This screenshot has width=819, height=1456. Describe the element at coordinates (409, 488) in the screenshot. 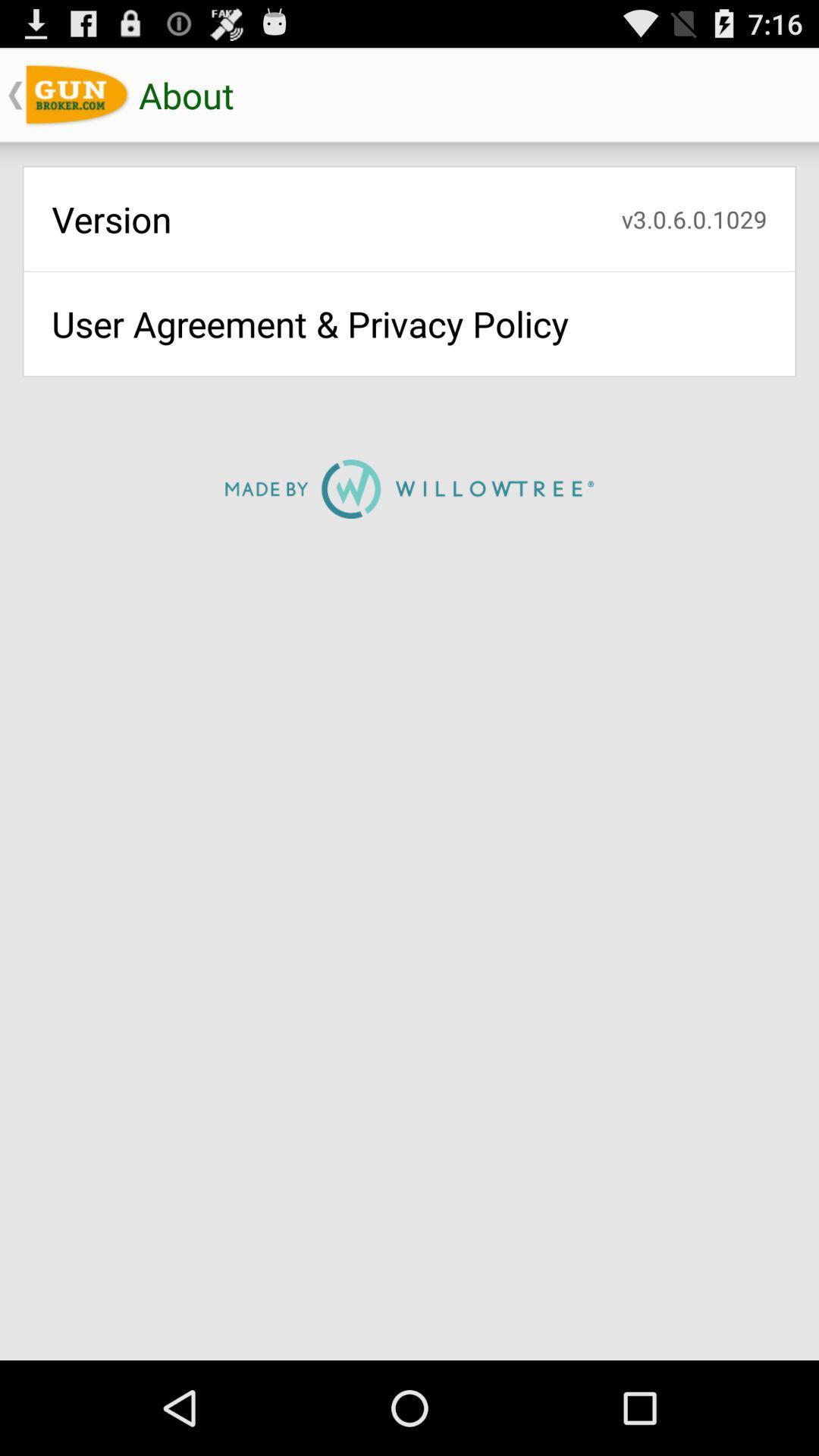

I see `the icon below user agreement privacy app` at that location.